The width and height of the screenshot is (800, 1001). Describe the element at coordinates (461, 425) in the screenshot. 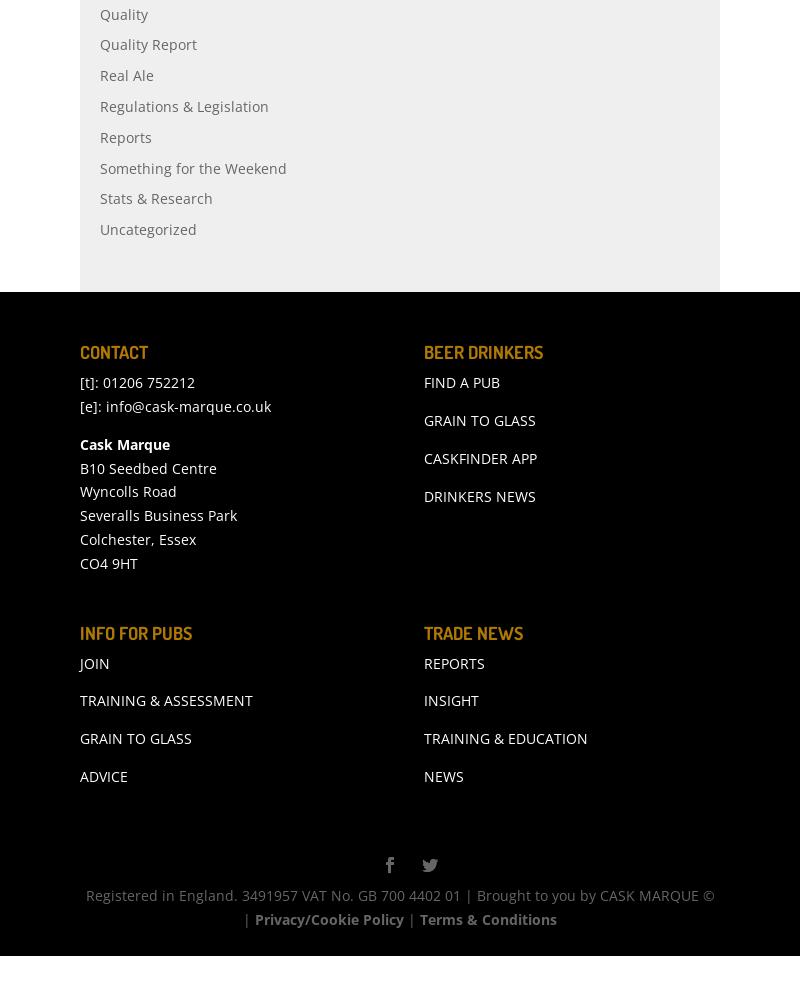

I see `'FIND A PUB'` at that location.